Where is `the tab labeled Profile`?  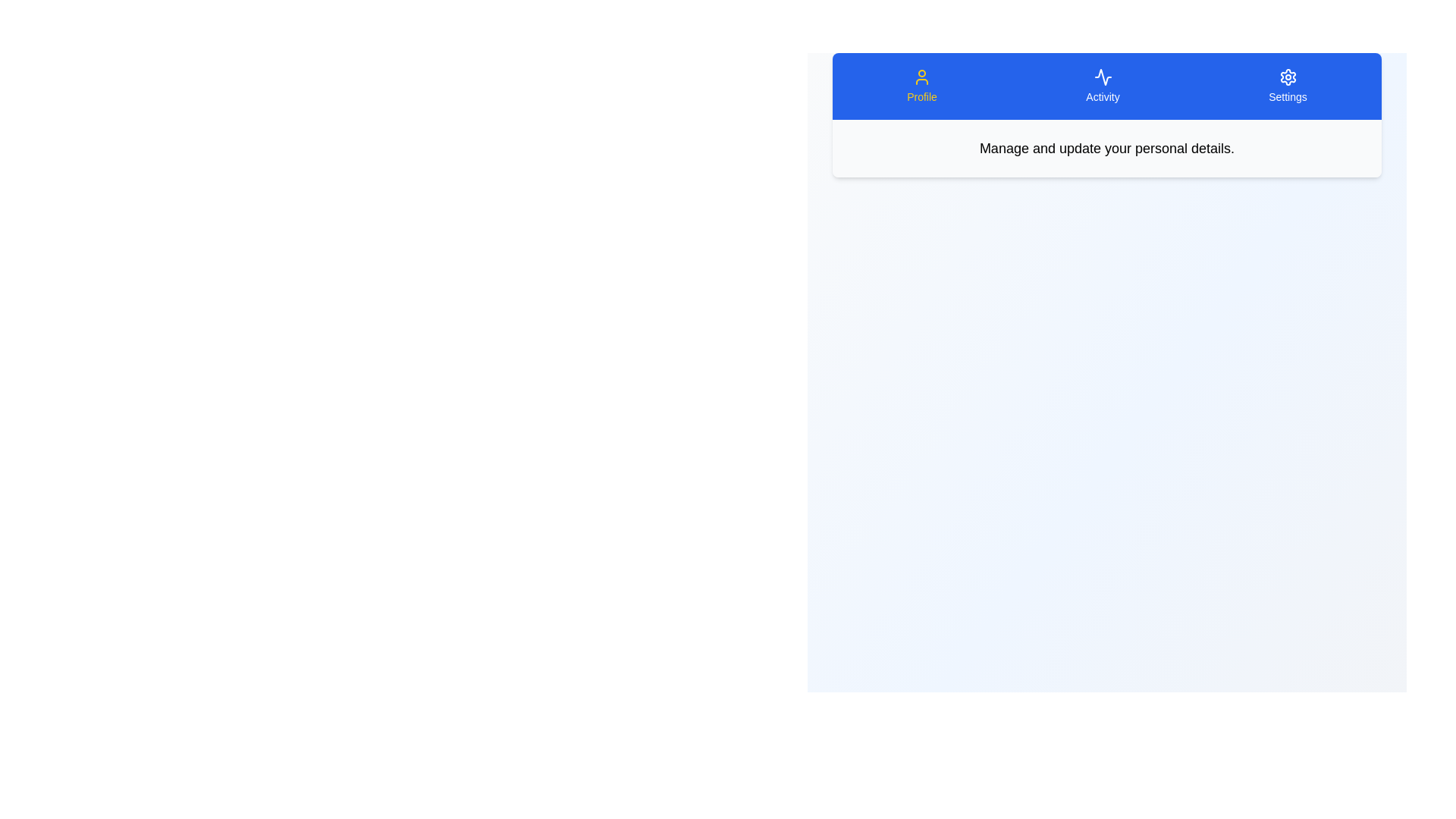
the tab labeled Profile is located at coordinates (921, 86).